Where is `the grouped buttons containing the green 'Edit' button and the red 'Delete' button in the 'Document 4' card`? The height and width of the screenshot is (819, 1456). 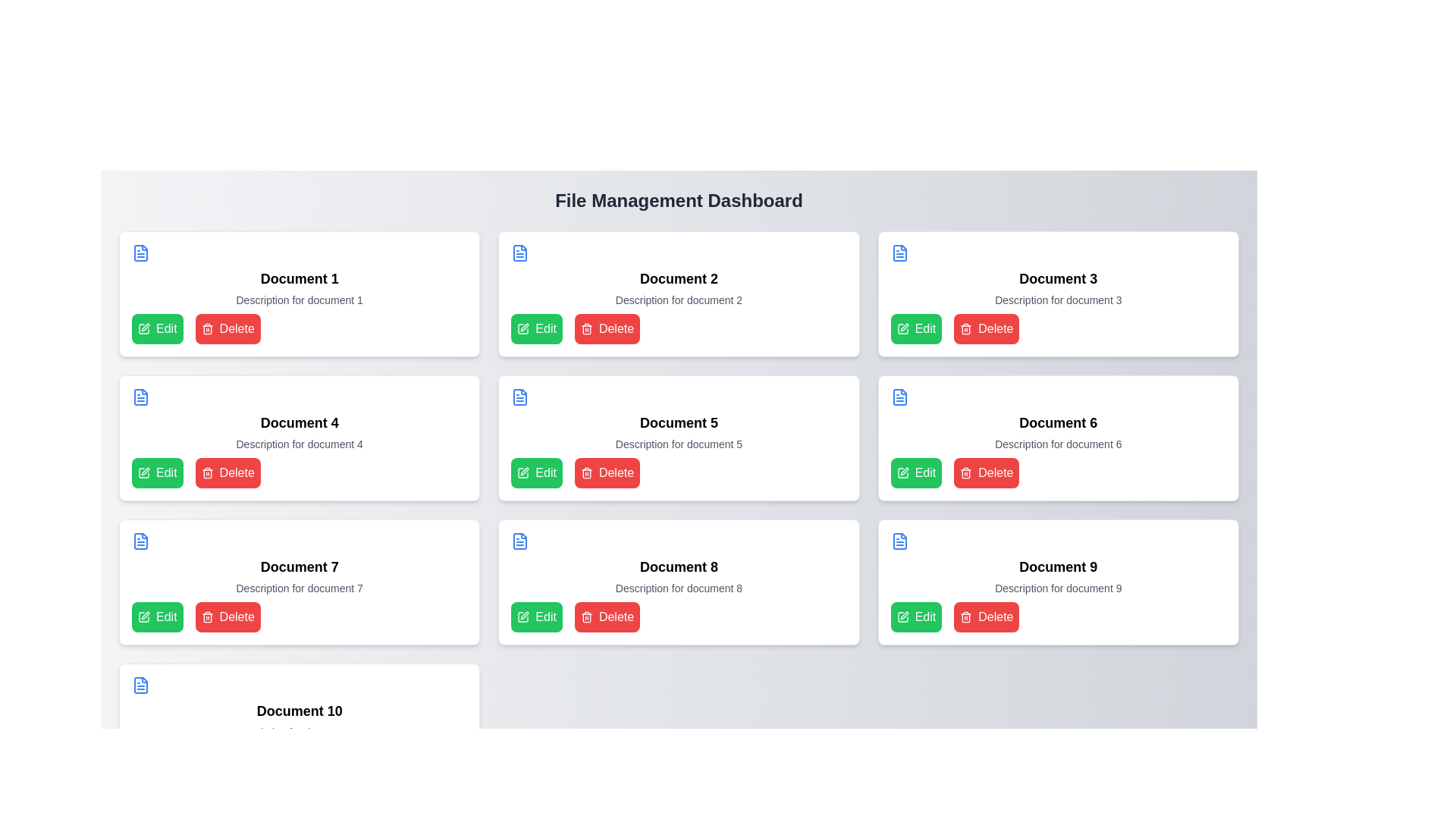 the grouped buttons containing the green 'Edit' button and the red 'Delete' button in the 'Document 4' card is located at coordinates (300, 472).